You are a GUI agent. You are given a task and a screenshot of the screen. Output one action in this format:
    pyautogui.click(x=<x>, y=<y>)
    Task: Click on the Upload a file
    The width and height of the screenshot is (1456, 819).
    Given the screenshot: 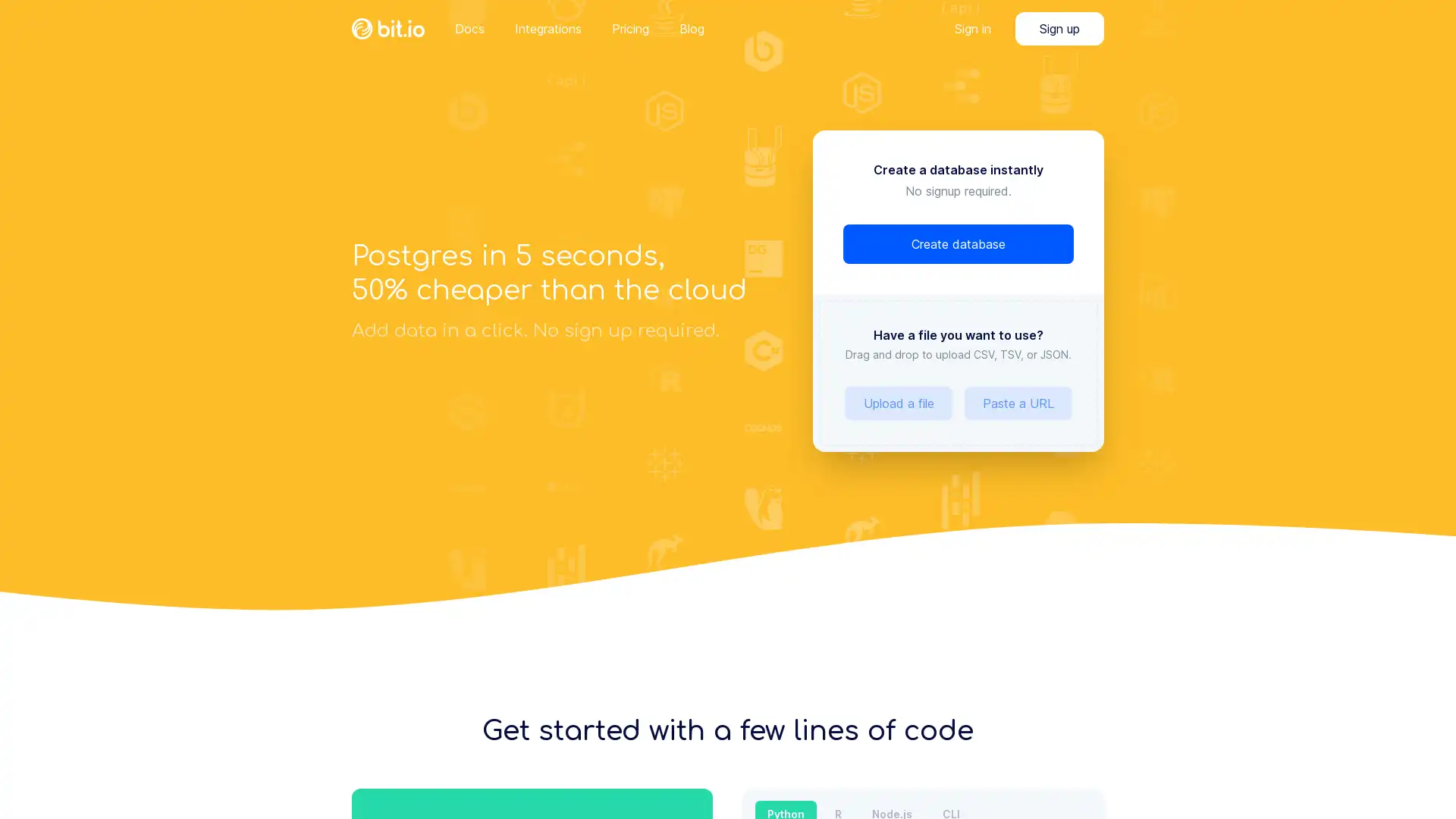 What is the action you would take?
    pyautogui.click(x=899, y=403)
    